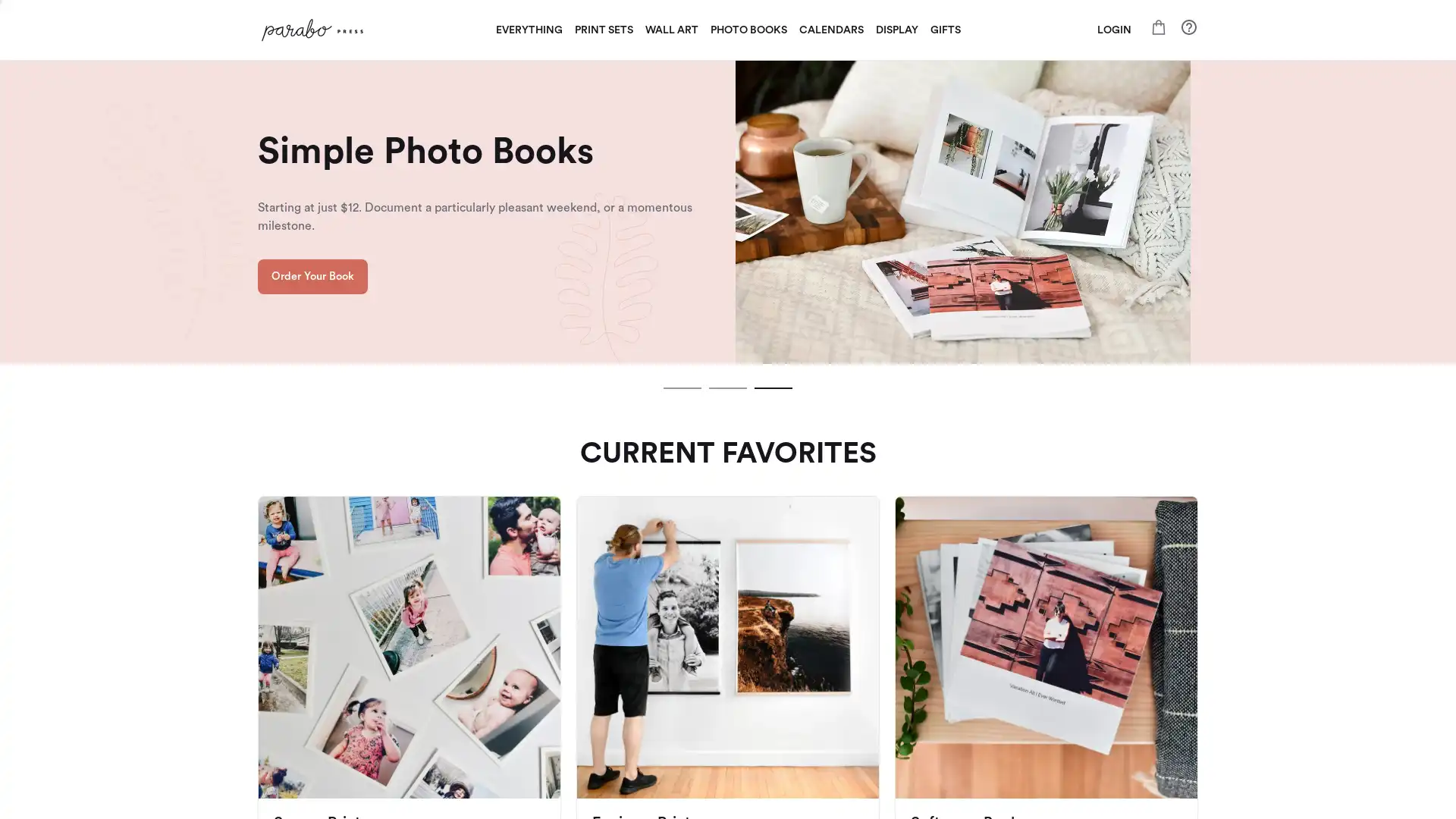  I want to click on slide dot, so click(728, 388).